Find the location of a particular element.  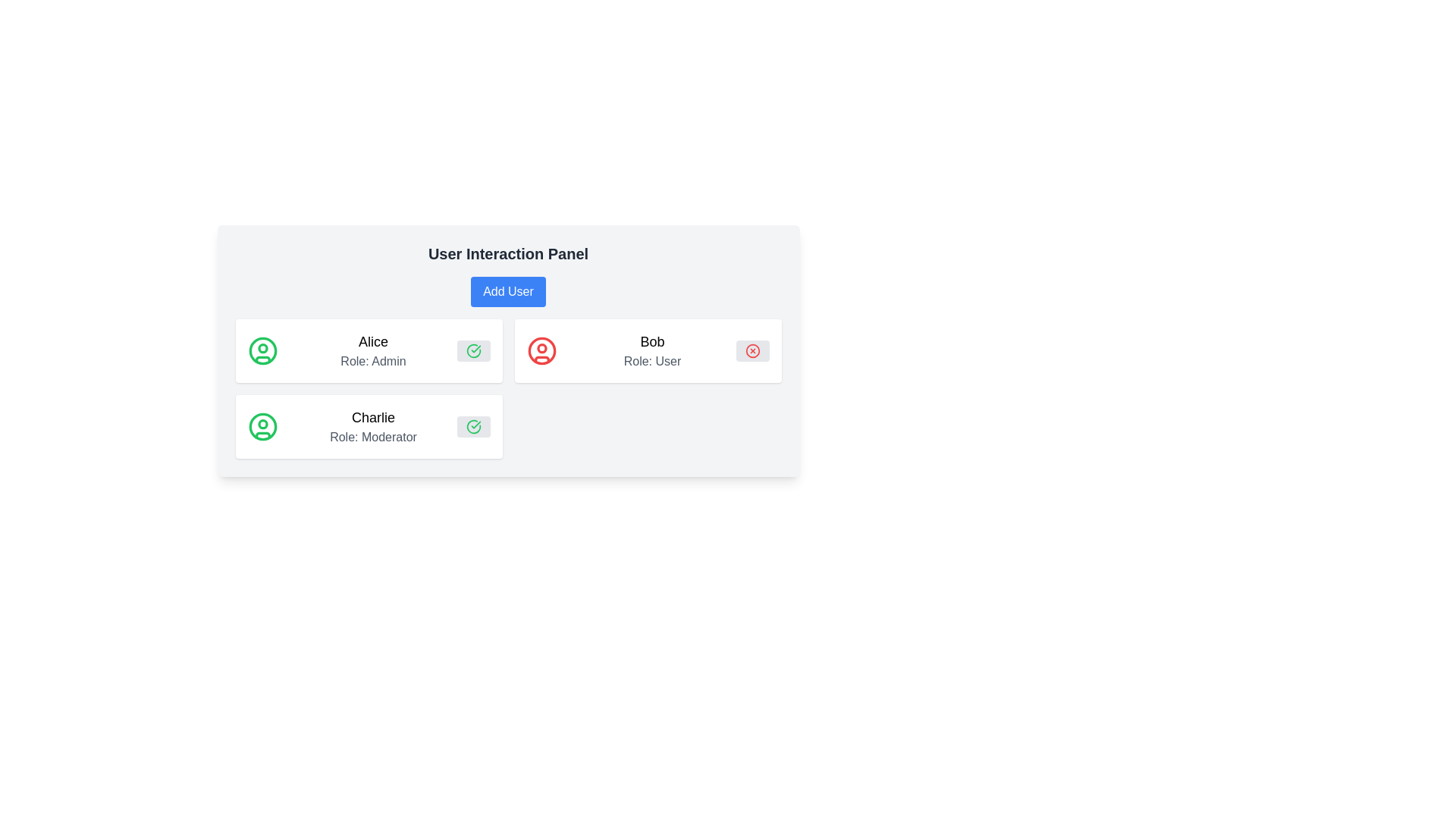

text label that displays 'User Interaction Panel', which is centrally aligned and positioned above the 'Add User' button is located at coordinates (508, 253).